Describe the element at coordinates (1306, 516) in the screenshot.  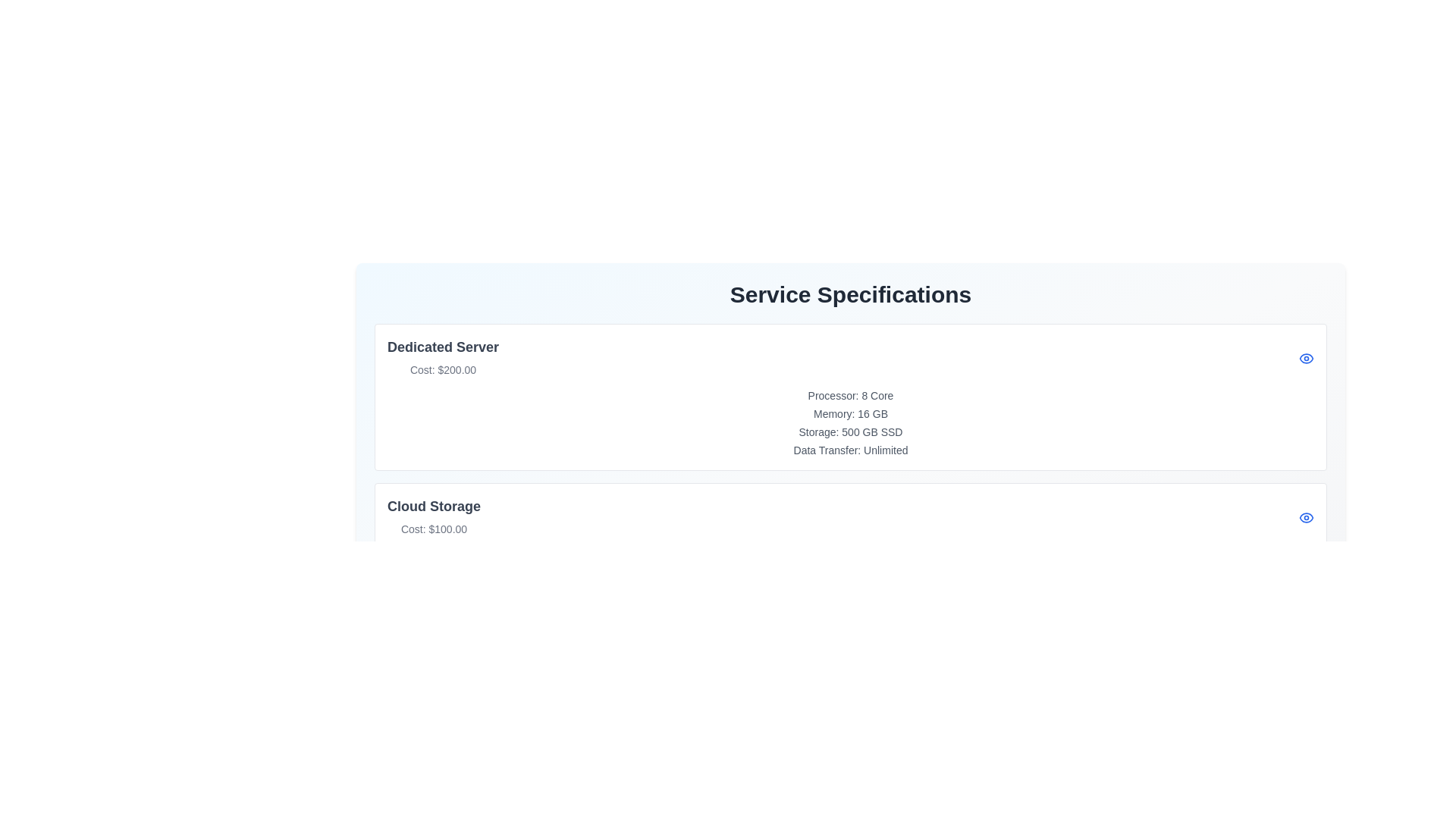
I see `the eye-shaped icon button with a blue outline located in the lower right corner of the 'Cloud Storage' card` at that location.